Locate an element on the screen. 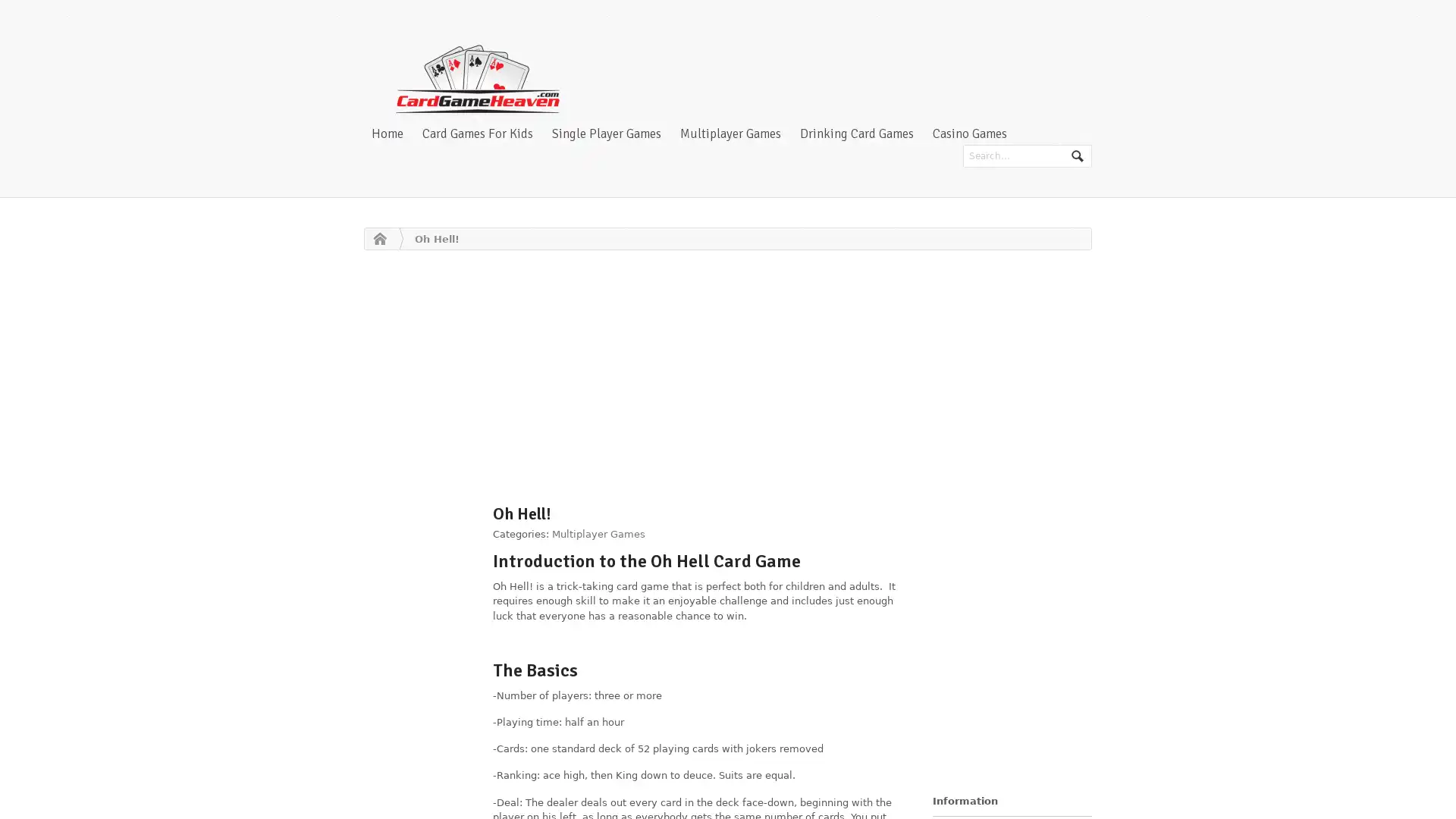 Image resolution: width=1456 pixels, height=819 pixels. Submit is located at coordinates (1076, 155).